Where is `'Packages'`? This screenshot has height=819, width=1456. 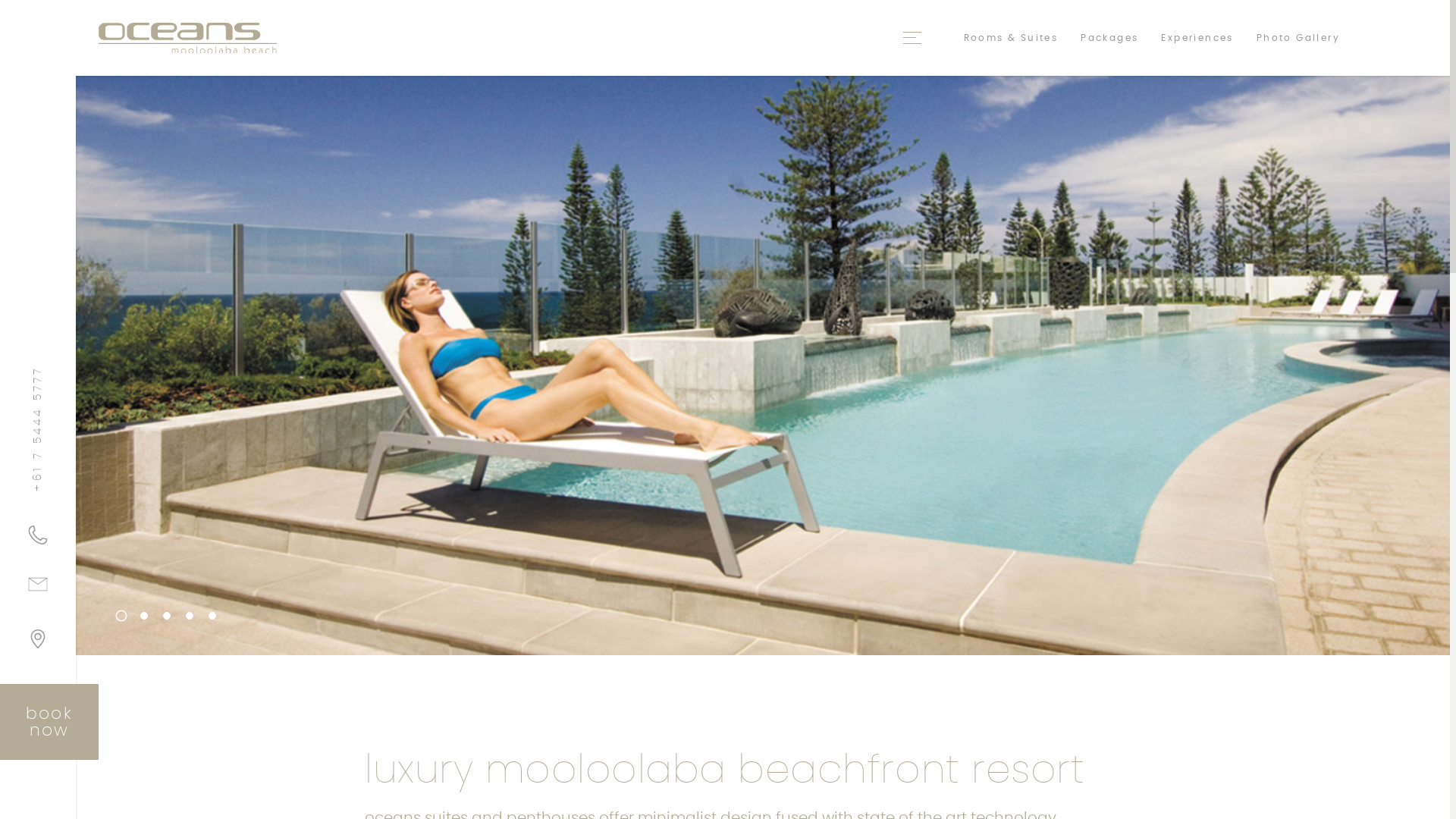 'Packages' is located at coordinates (1109, 37).